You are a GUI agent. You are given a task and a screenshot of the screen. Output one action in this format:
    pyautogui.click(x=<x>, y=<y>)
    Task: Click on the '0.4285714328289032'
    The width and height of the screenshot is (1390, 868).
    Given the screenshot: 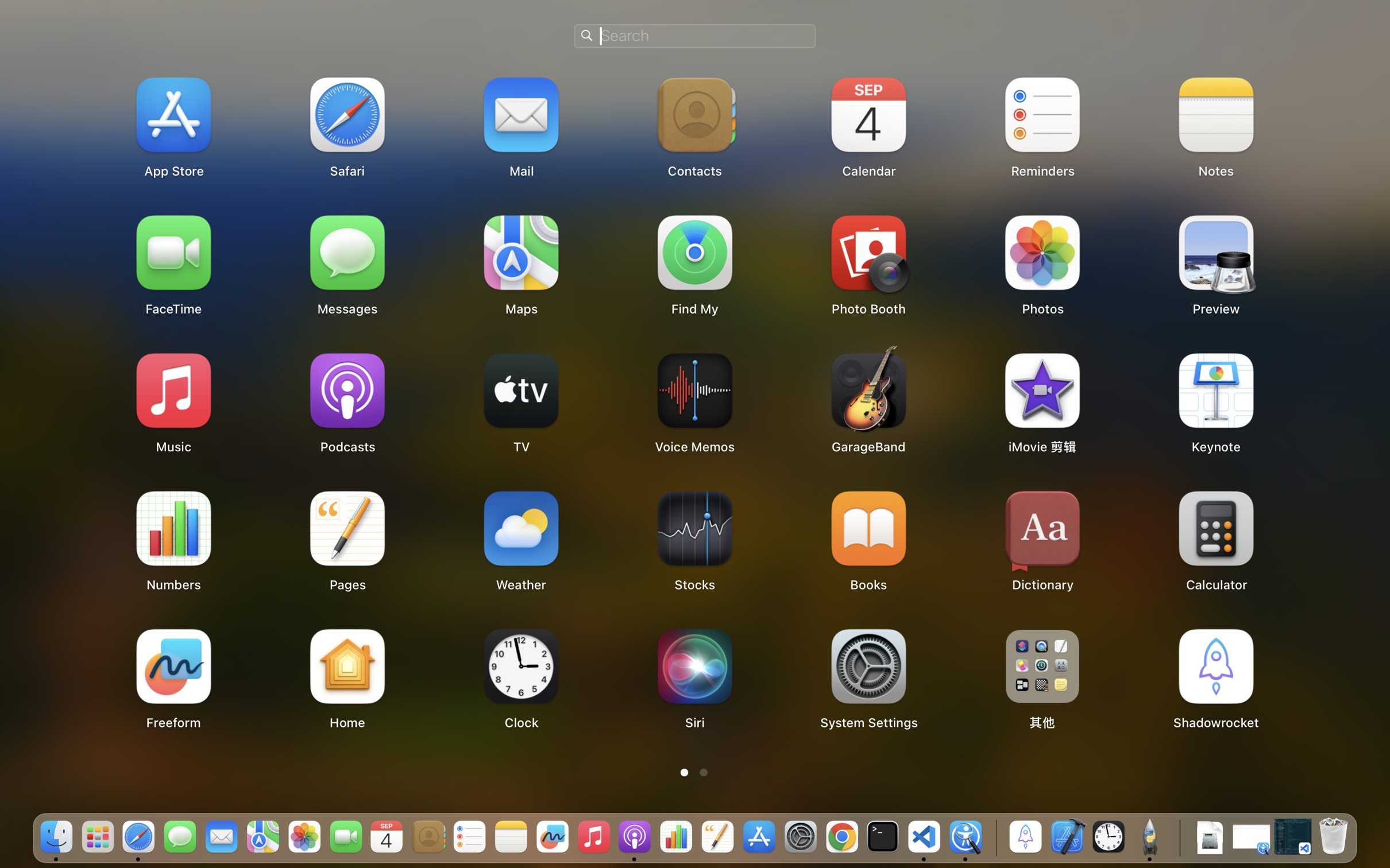 What is the action you would take?
    pyautogui.click(x=994, y=837)
    